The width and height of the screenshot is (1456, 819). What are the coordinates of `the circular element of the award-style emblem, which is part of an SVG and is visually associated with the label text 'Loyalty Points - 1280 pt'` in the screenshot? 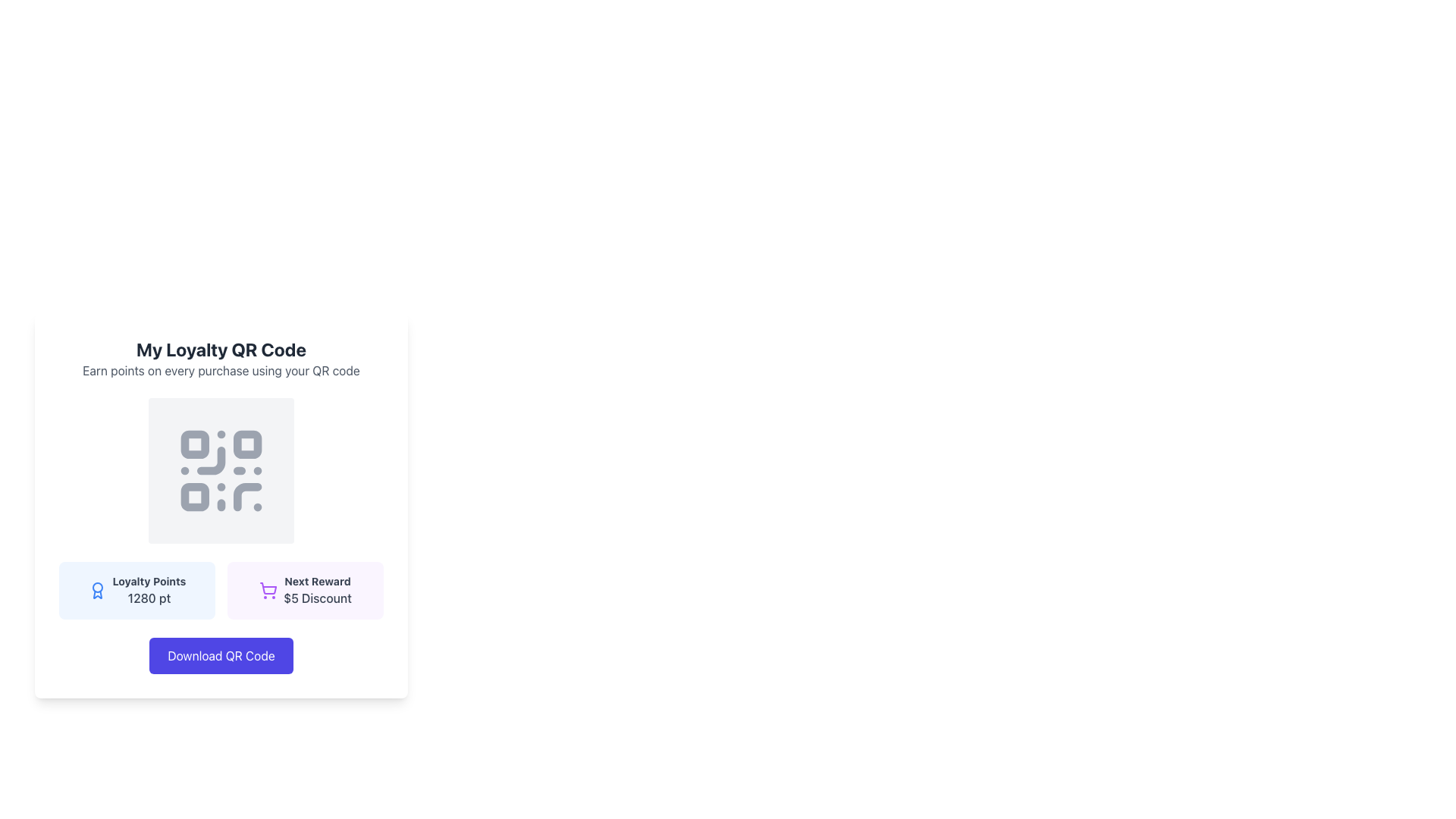 It's located at (96, 587).